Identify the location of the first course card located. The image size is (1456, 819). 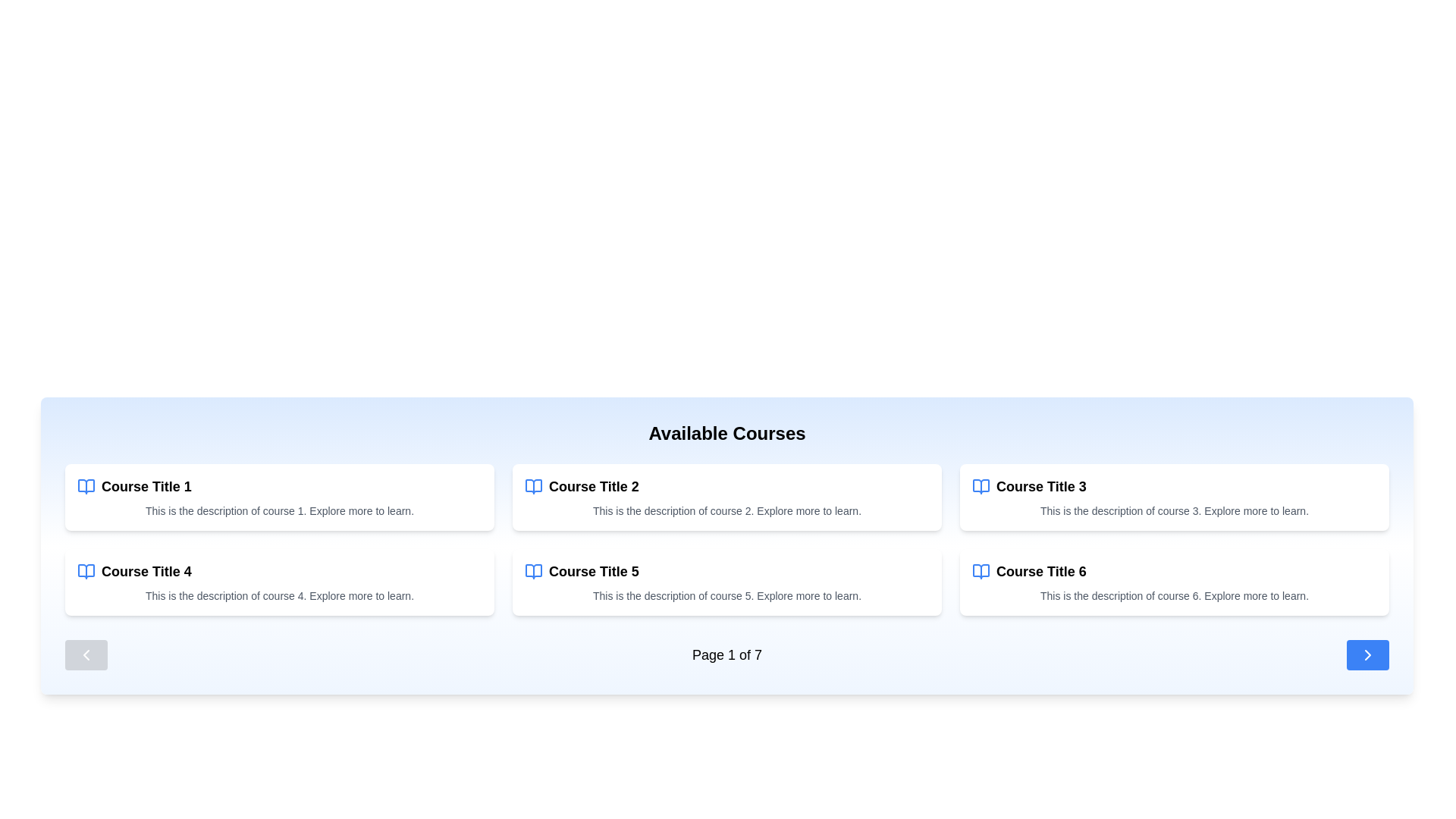
(280, 497).